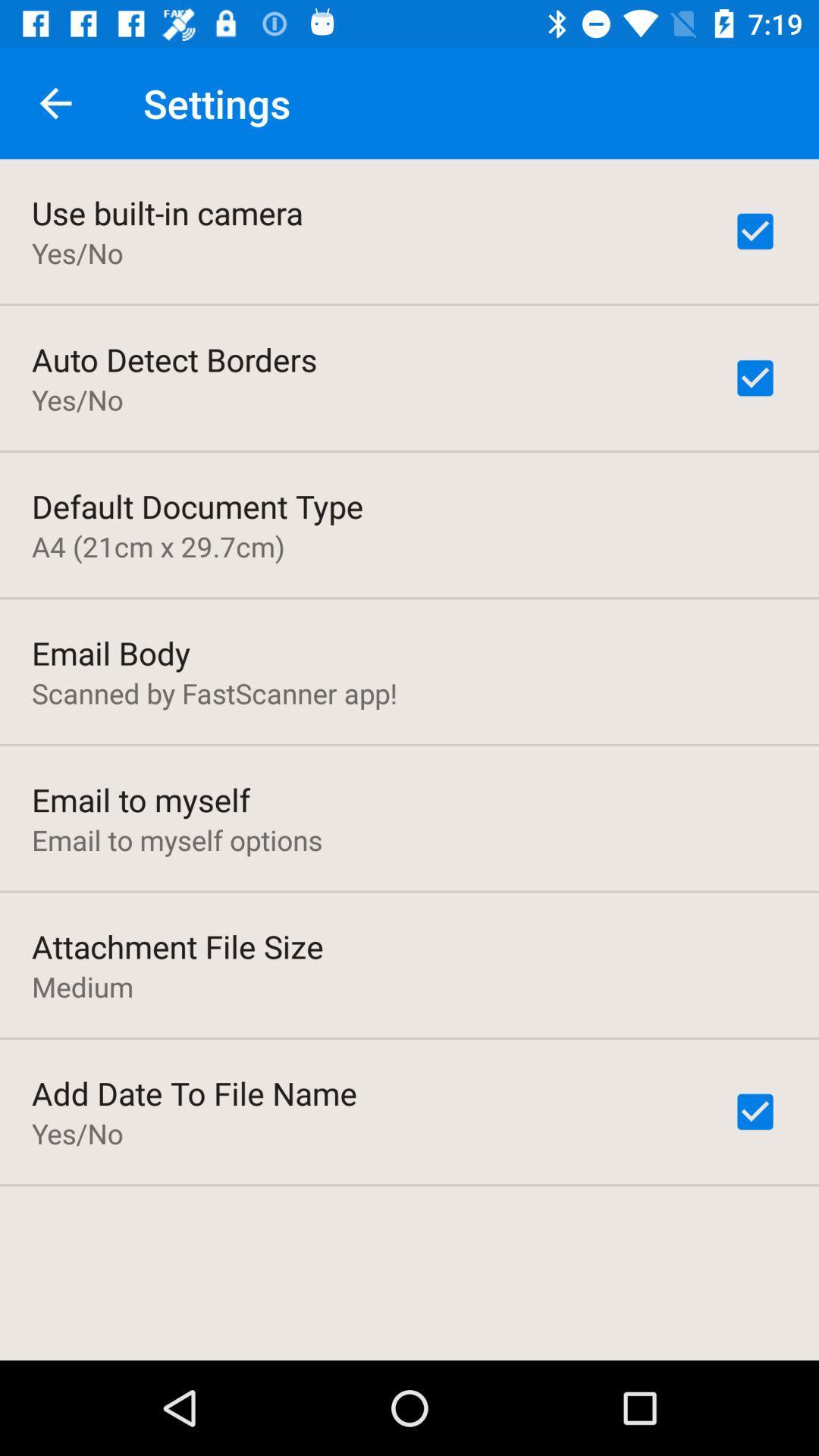 Image resolution: width=819 pixels, height=1456 pixels. I want to click on the item below default document type item, so click(158, 546).